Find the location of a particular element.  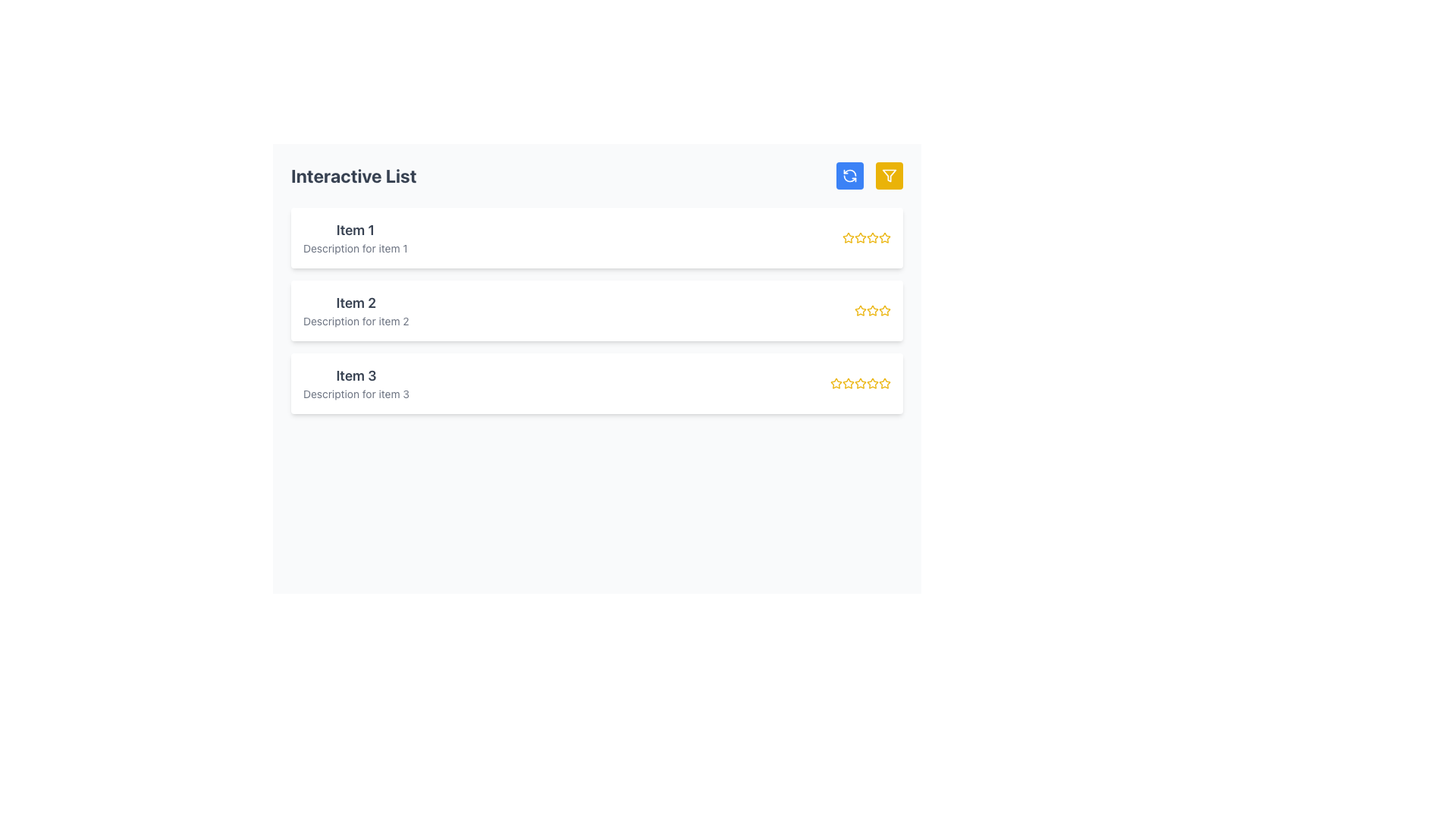

the first yellow star icon in the rating system for 'Item 1' is located at coordinates (847, 237).